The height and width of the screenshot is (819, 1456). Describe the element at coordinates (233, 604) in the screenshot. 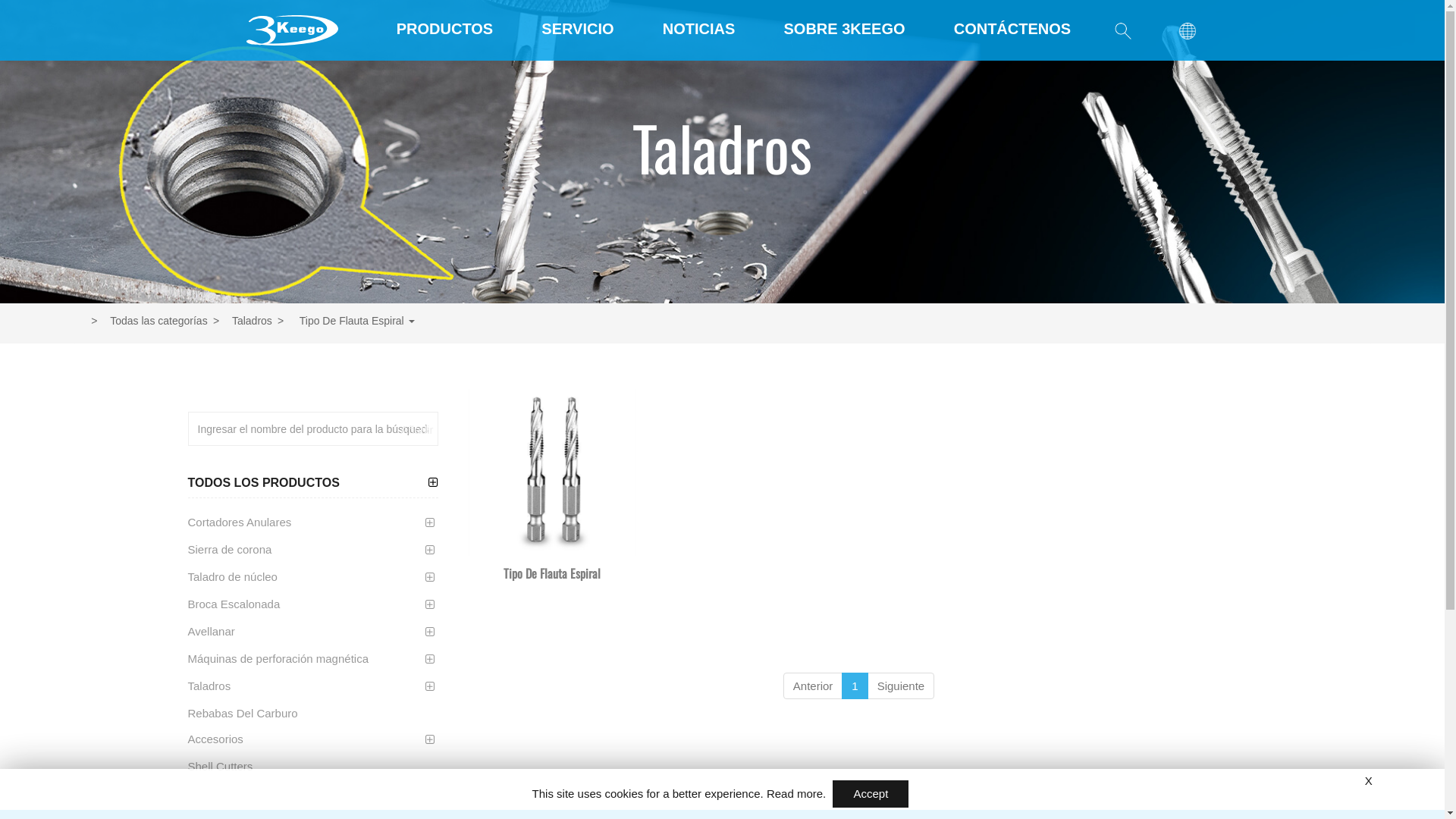

I see `'Broca Escalonada'` at that location.